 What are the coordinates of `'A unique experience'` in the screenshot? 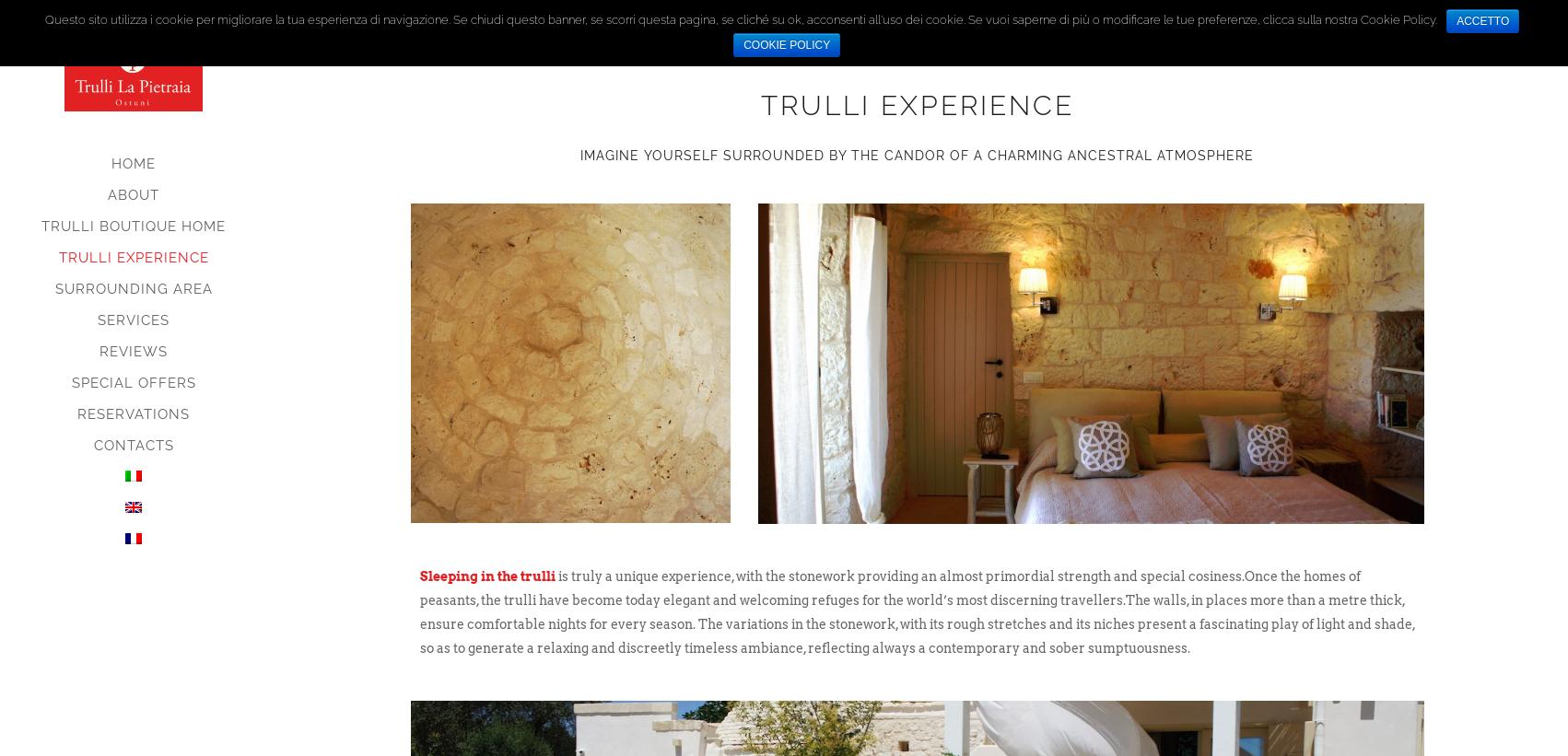 It's located at (915, 50).